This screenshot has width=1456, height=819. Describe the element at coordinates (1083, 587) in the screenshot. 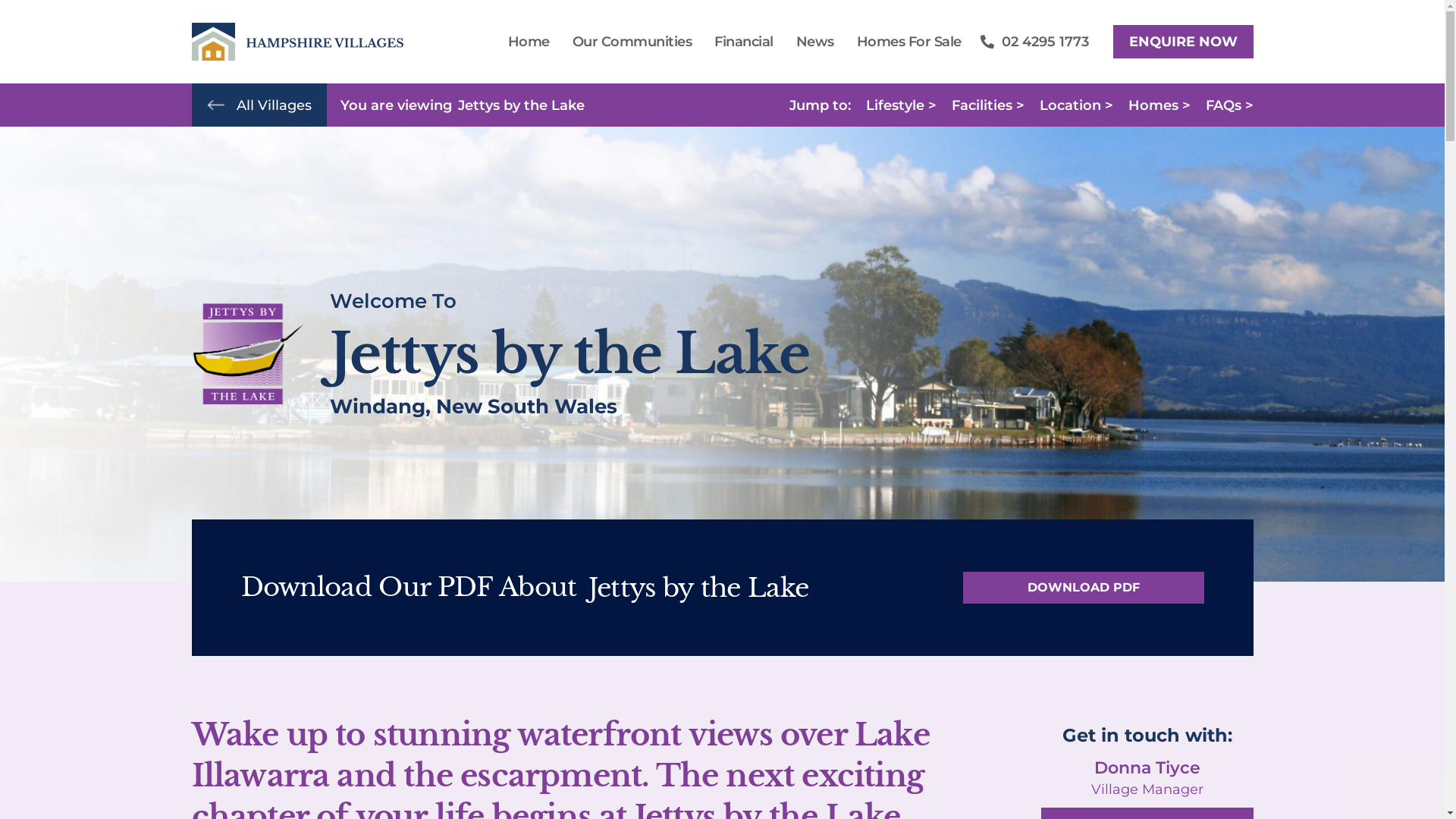

I see `'DOWNLOAD PDF'` at that location.